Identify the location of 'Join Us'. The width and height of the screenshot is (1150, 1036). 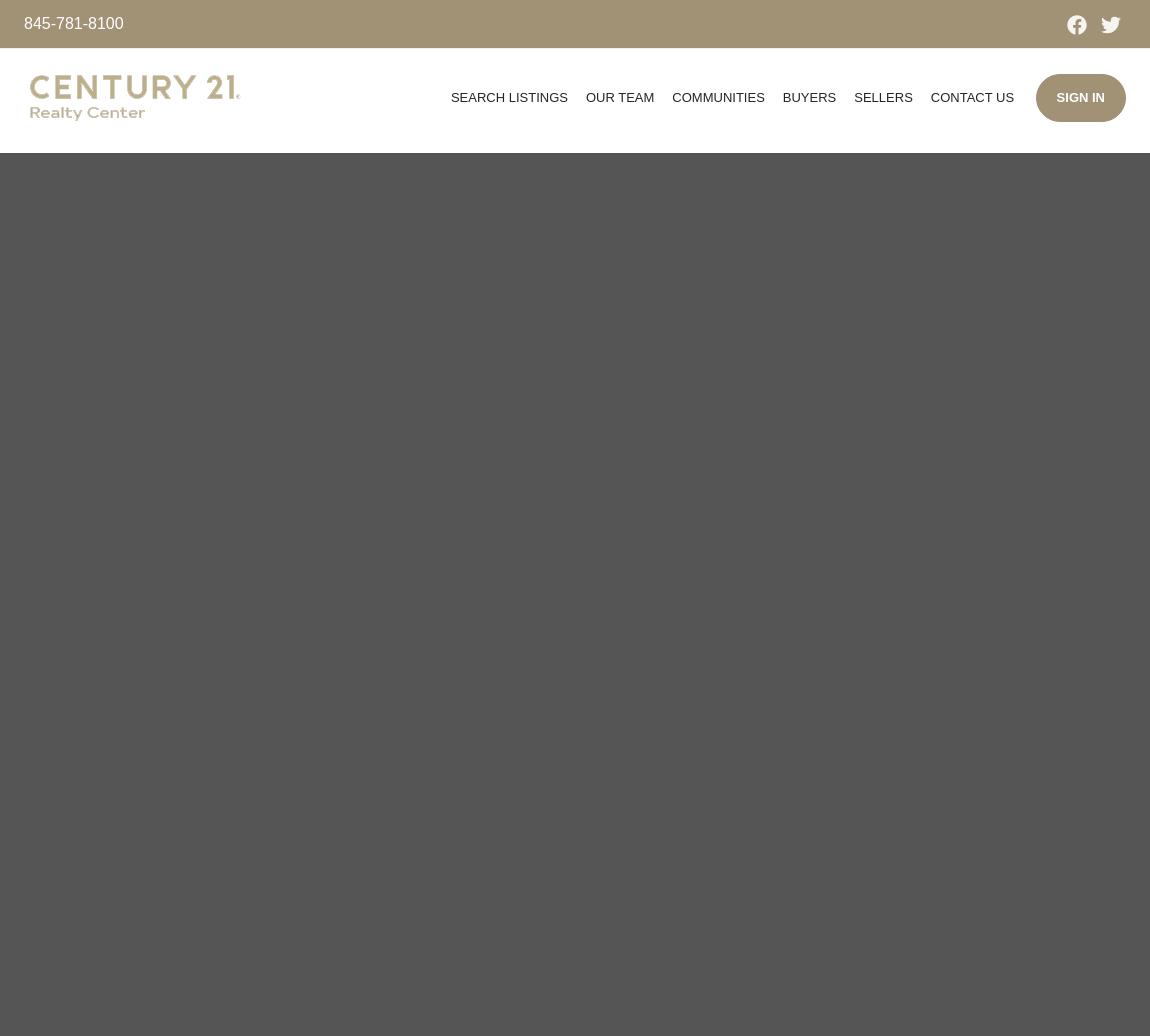
(932, 139).